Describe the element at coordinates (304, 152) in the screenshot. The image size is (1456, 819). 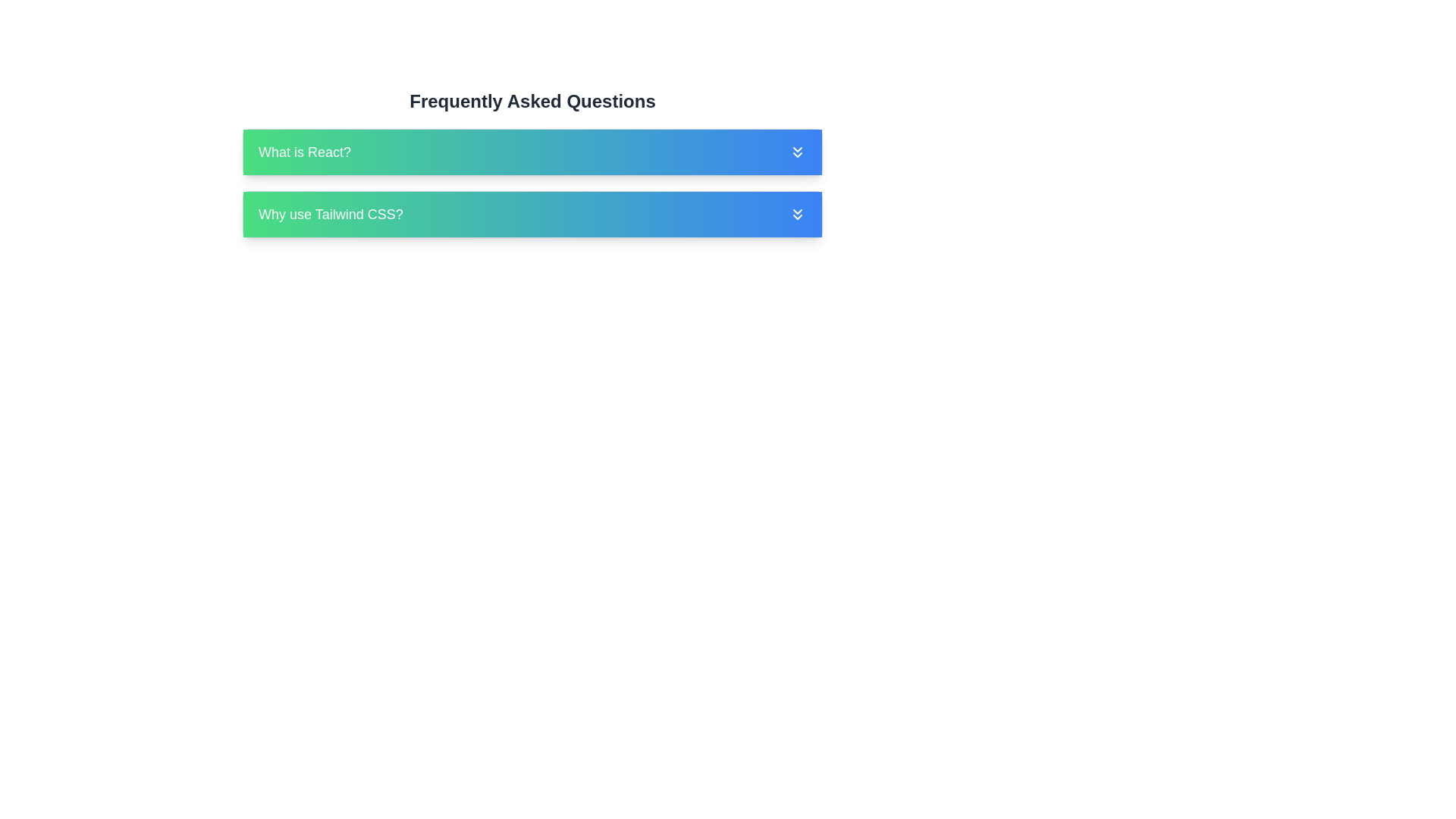
I see `the text label displaying 'What is React?'` at that location.